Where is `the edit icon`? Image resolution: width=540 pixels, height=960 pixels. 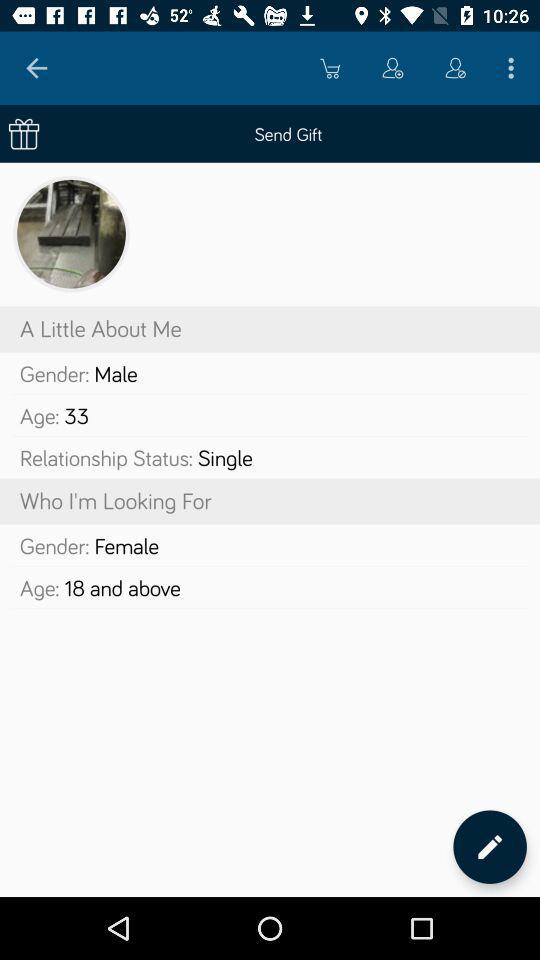
the edit icon is located at coordinates (489, 846).